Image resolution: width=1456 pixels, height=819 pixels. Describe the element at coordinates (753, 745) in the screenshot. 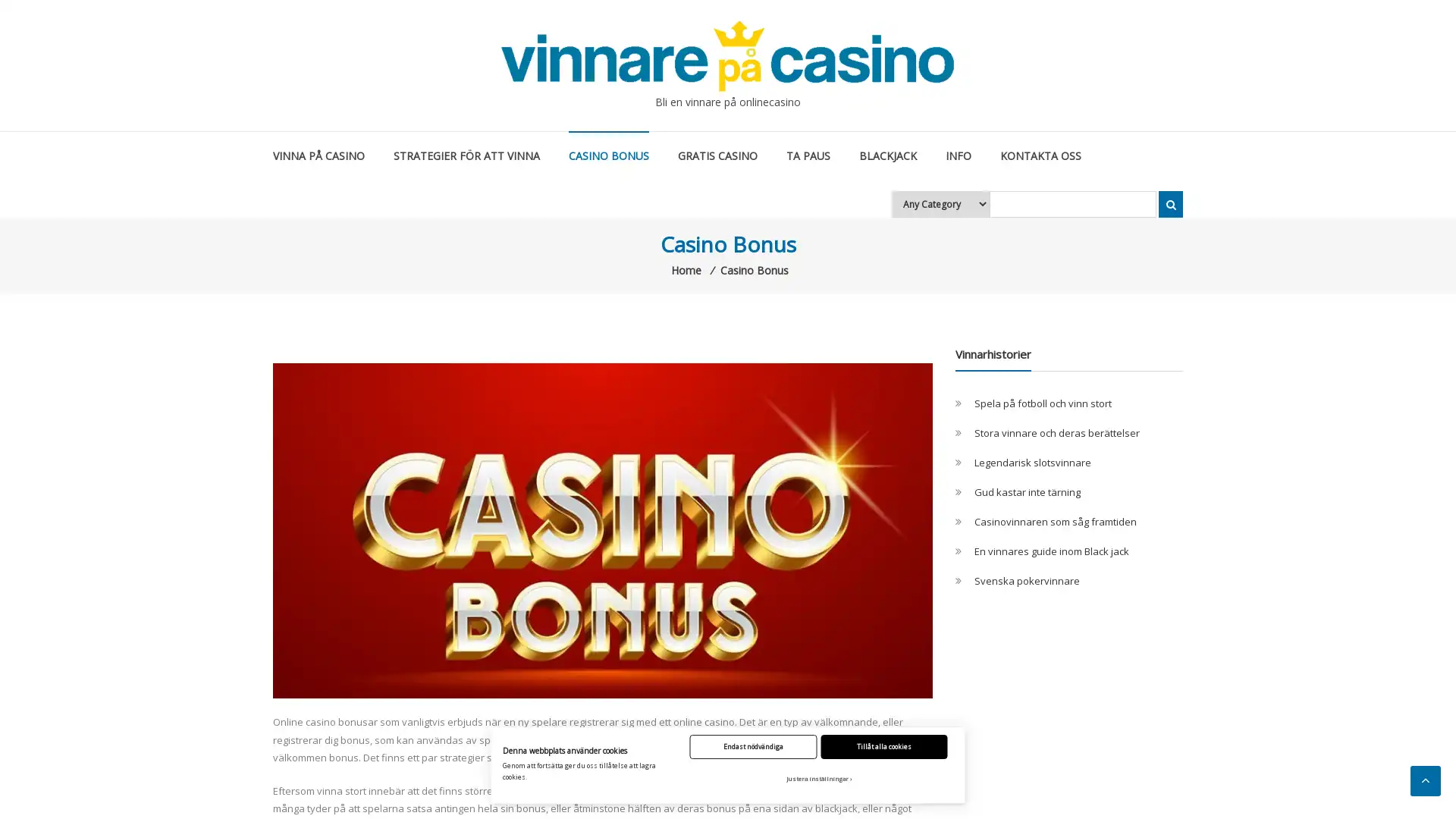

I see `Endast nodvandiga` at that location.